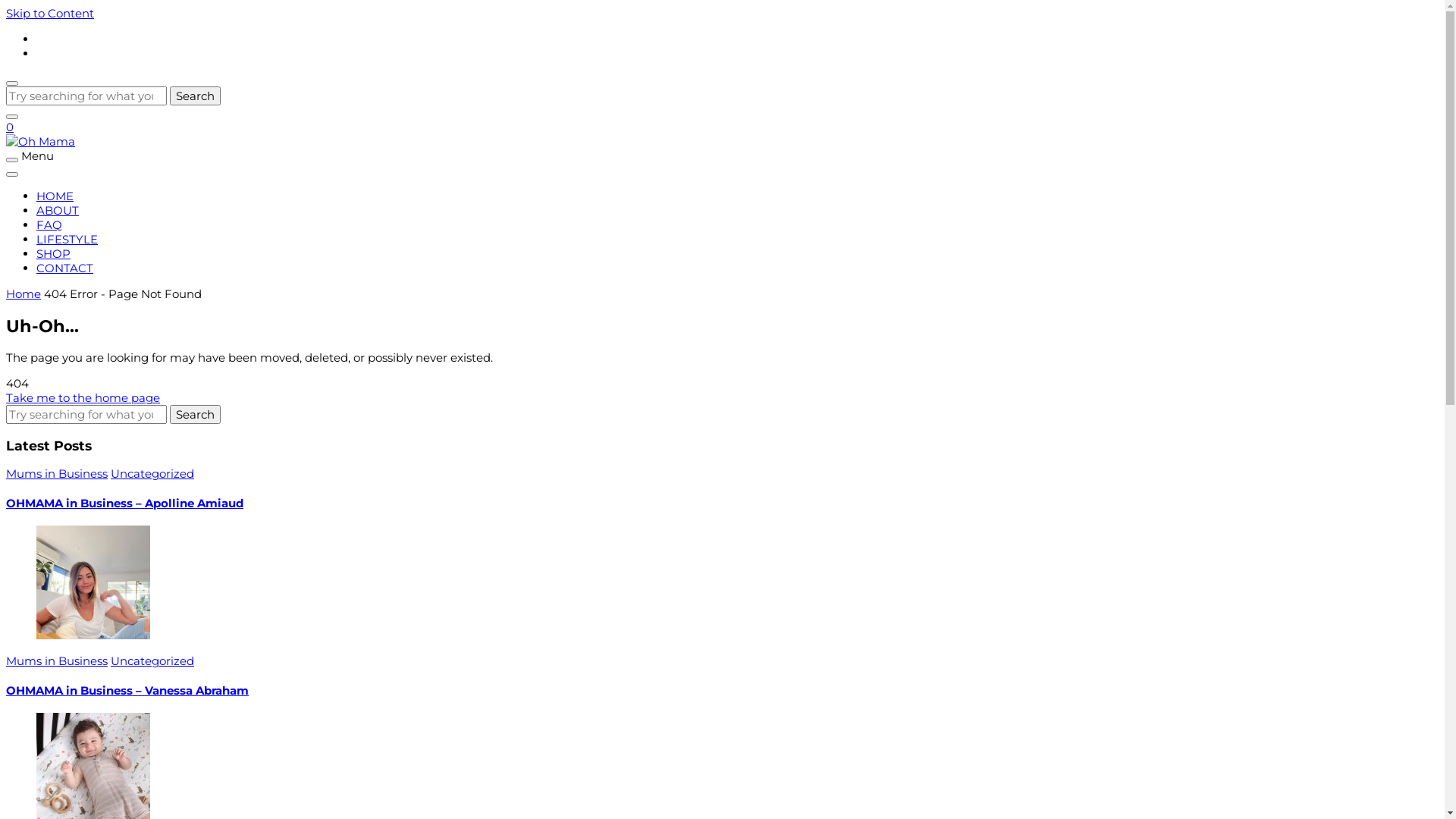 Image resolution: width=1456 pixels, height=819 pixels. Describe the element at coordinates (66, 239) in the screenshot. I see `'LIFESTYLE'` at that location.